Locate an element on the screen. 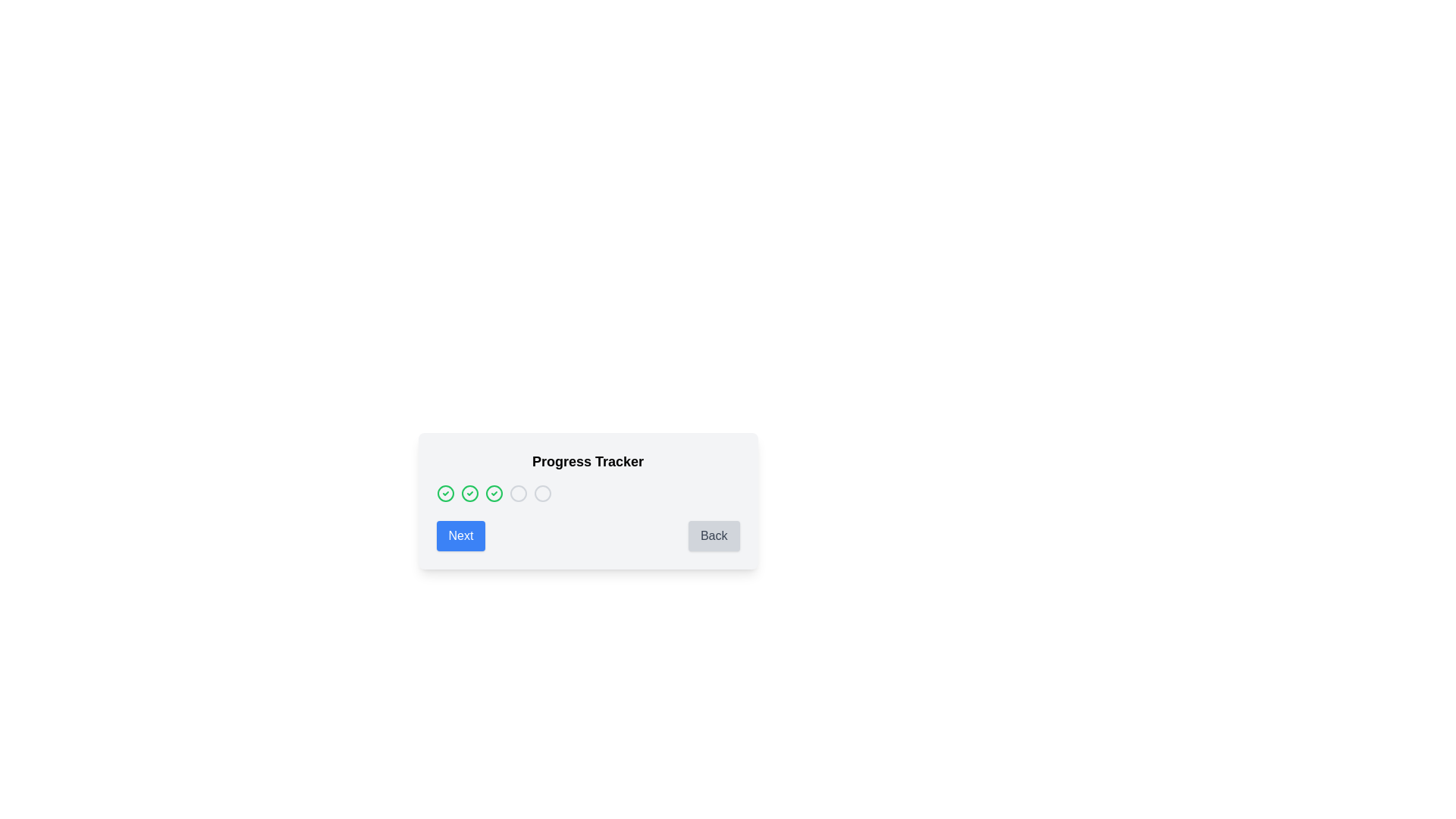 Image resolution: width=1456 pixels, height=819 pixels. the 'Back' button, a rectangular button with rounded corners located in the lower-right section of the interface is located at coordinates (713, 535).